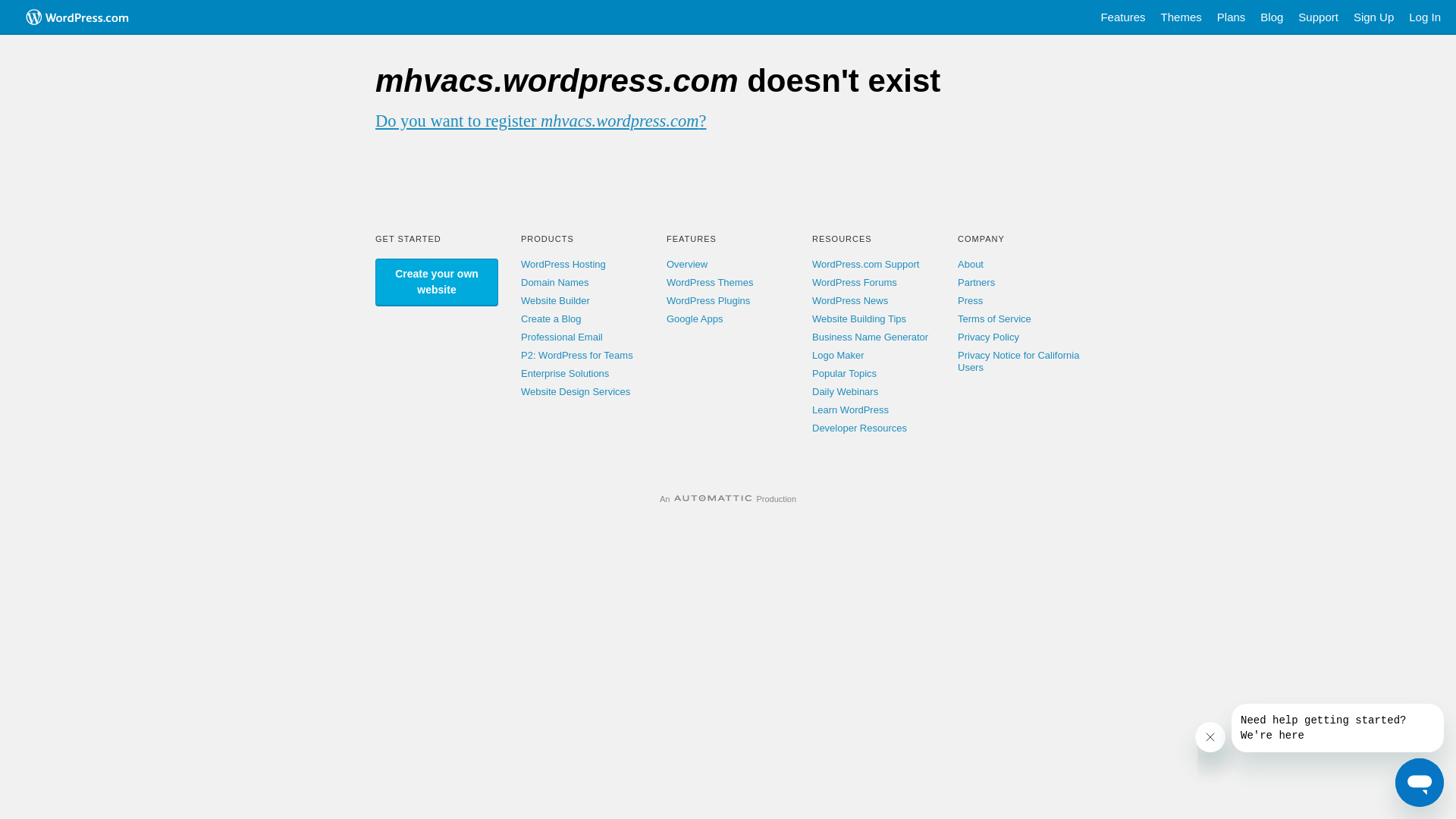  Describe the element at coordinates (541, 120) in the screenshot. I see `'Do you want to register mhvacs.wordpress.com?'` at that location.